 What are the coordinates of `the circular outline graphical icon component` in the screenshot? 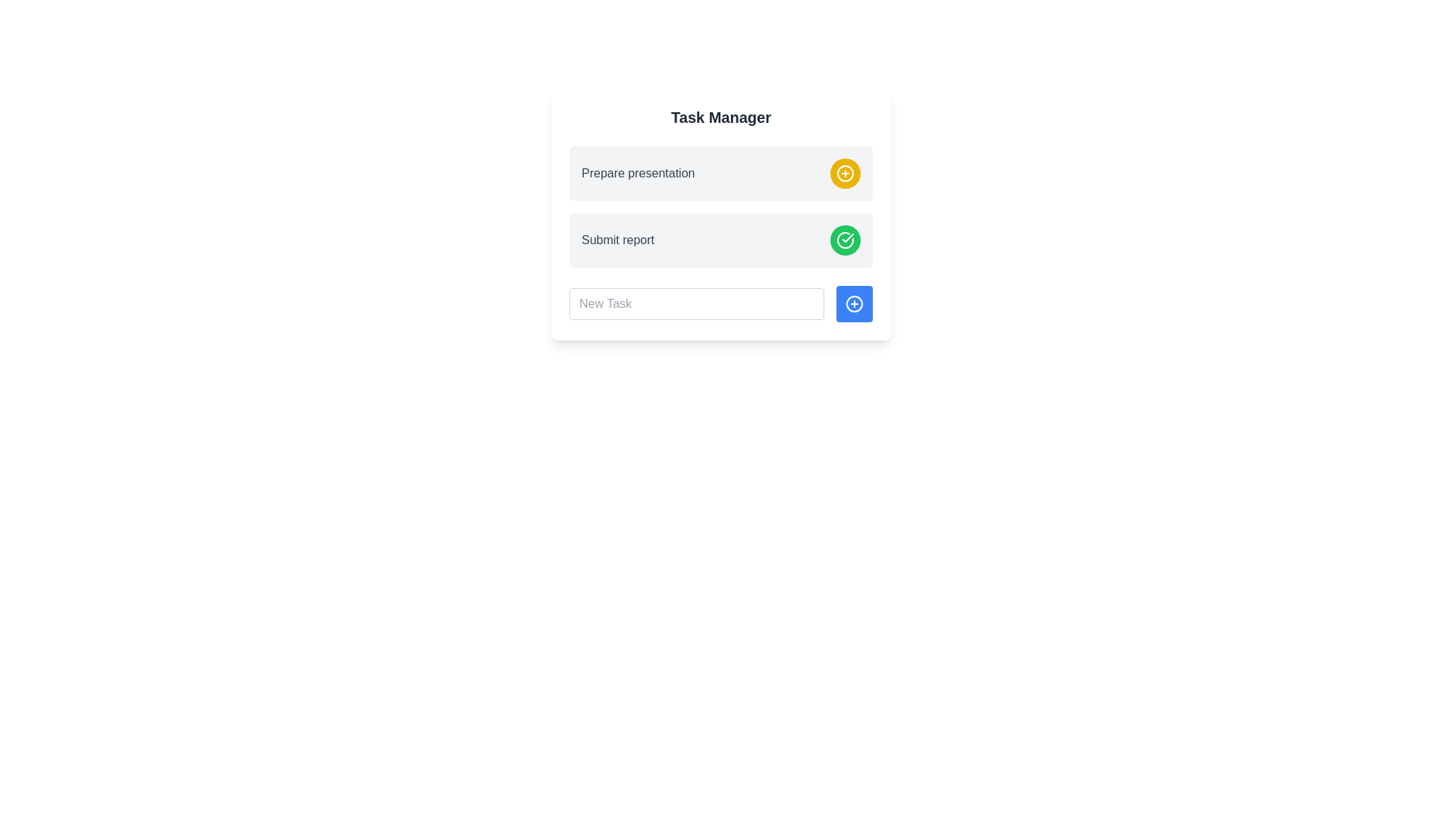 It's located at (855, 304).